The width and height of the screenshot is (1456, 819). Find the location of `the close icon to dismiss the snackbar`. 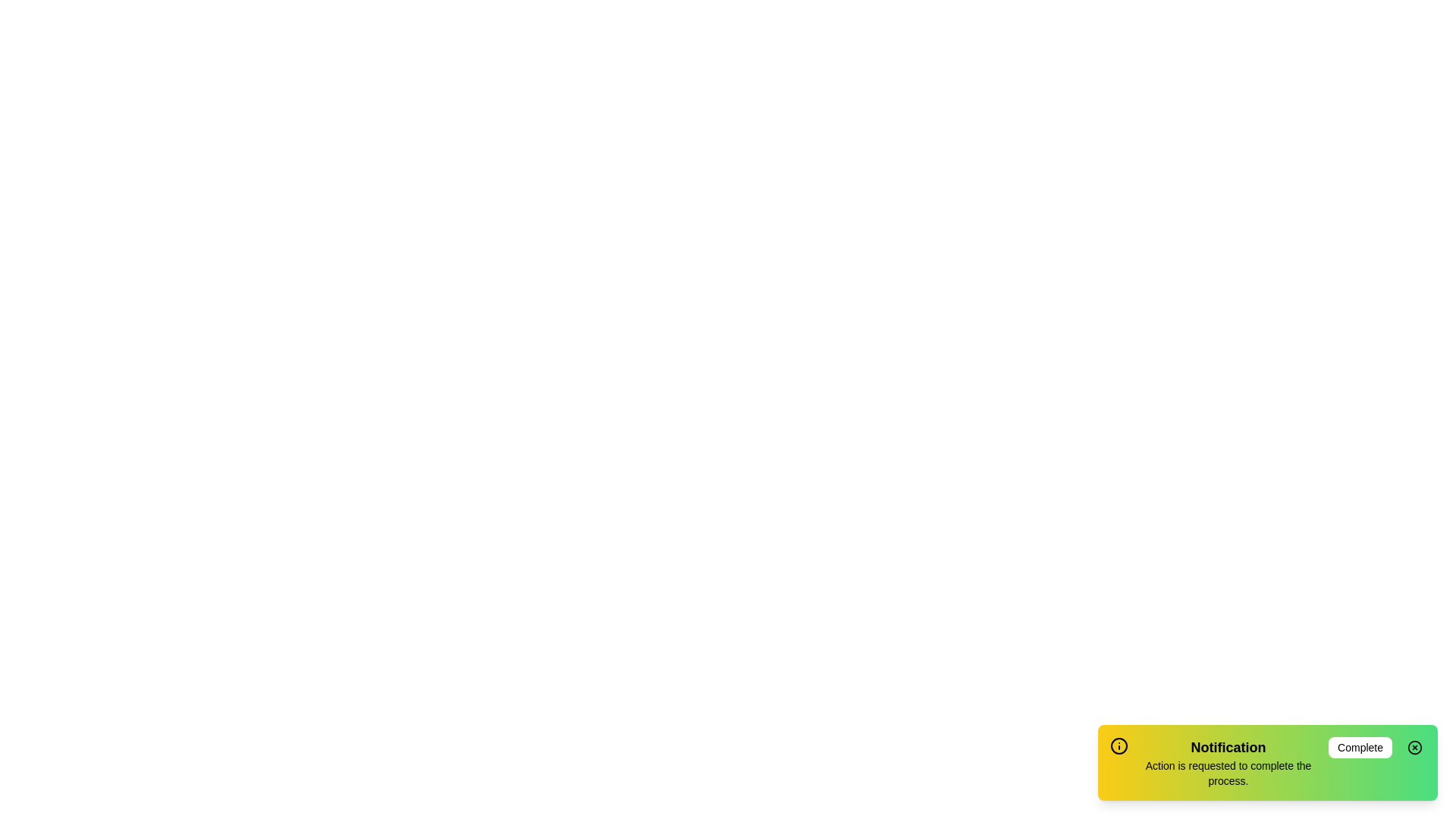

the close icon to dismiss the snackbar is located at coordinates (1414, 747).